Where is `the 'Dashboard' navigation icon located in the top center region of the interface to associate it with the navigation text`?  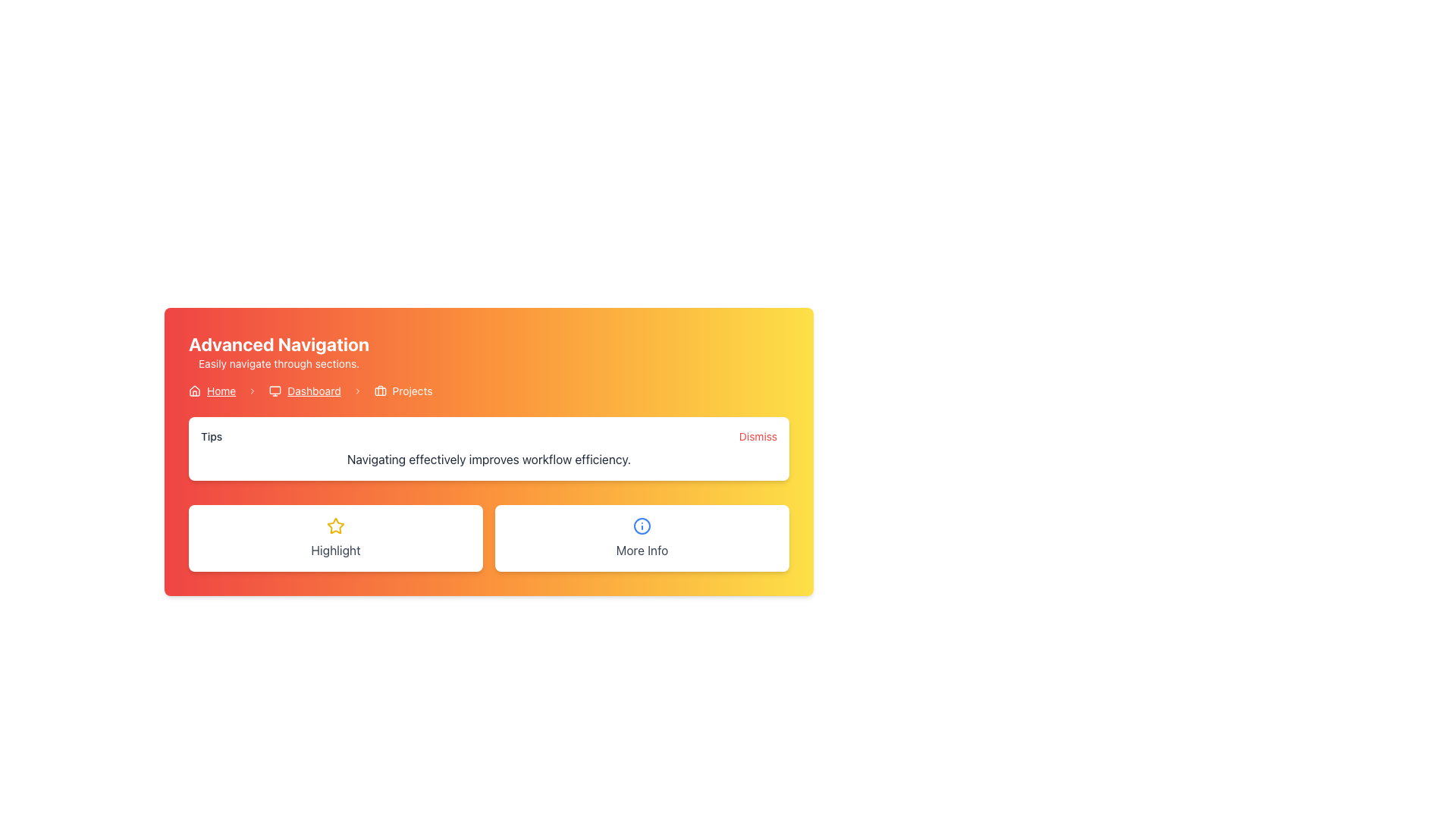
the 'Dashboard' navigation icon located in the top center region of the interface to associate it with the navigation text is located at coordinates (275, 391).